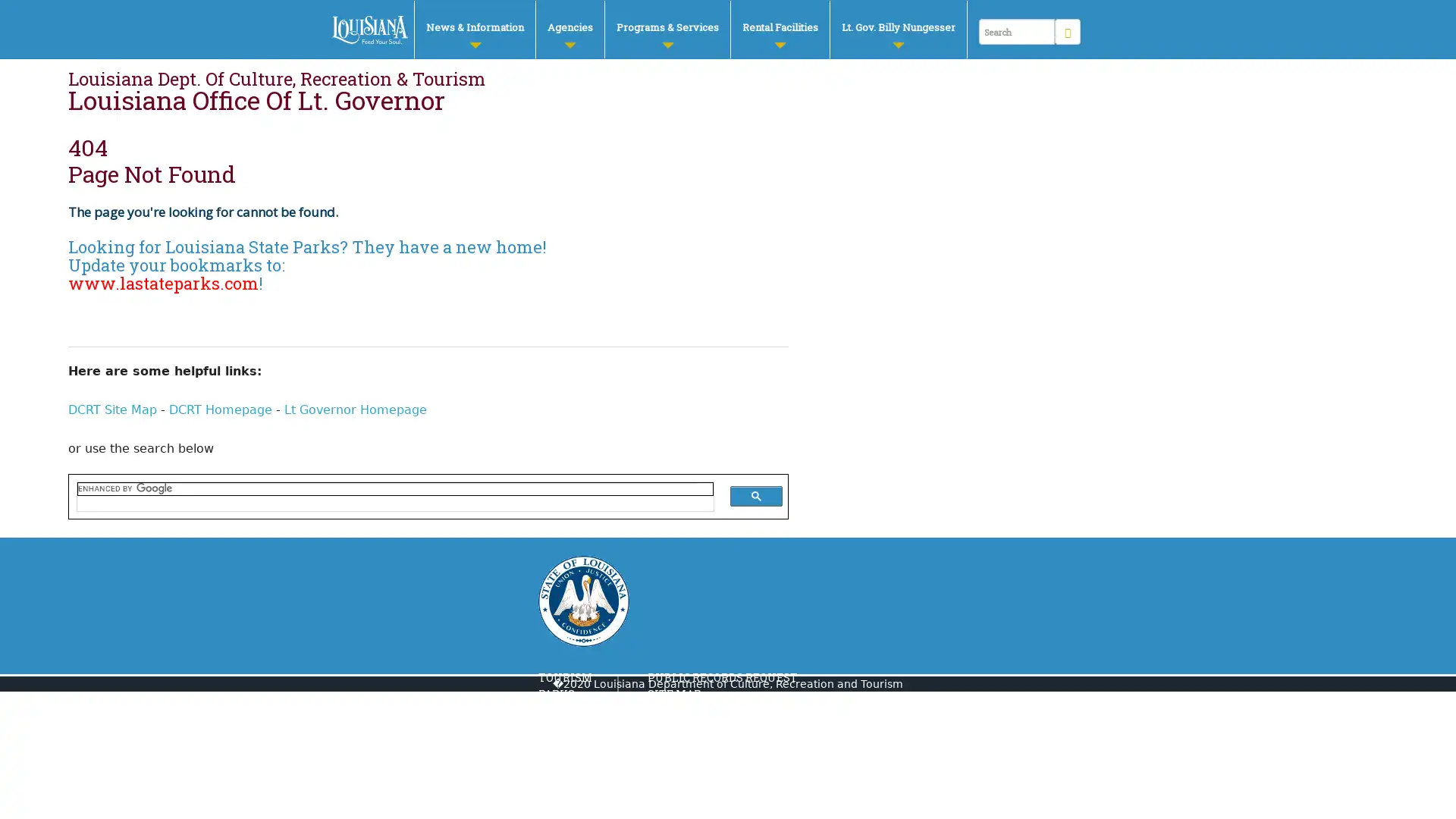 This screenshot has height=819, width=1456. Describe the element at coordinates (569, 29) in the screenshot. I see `Agencies` at that location.